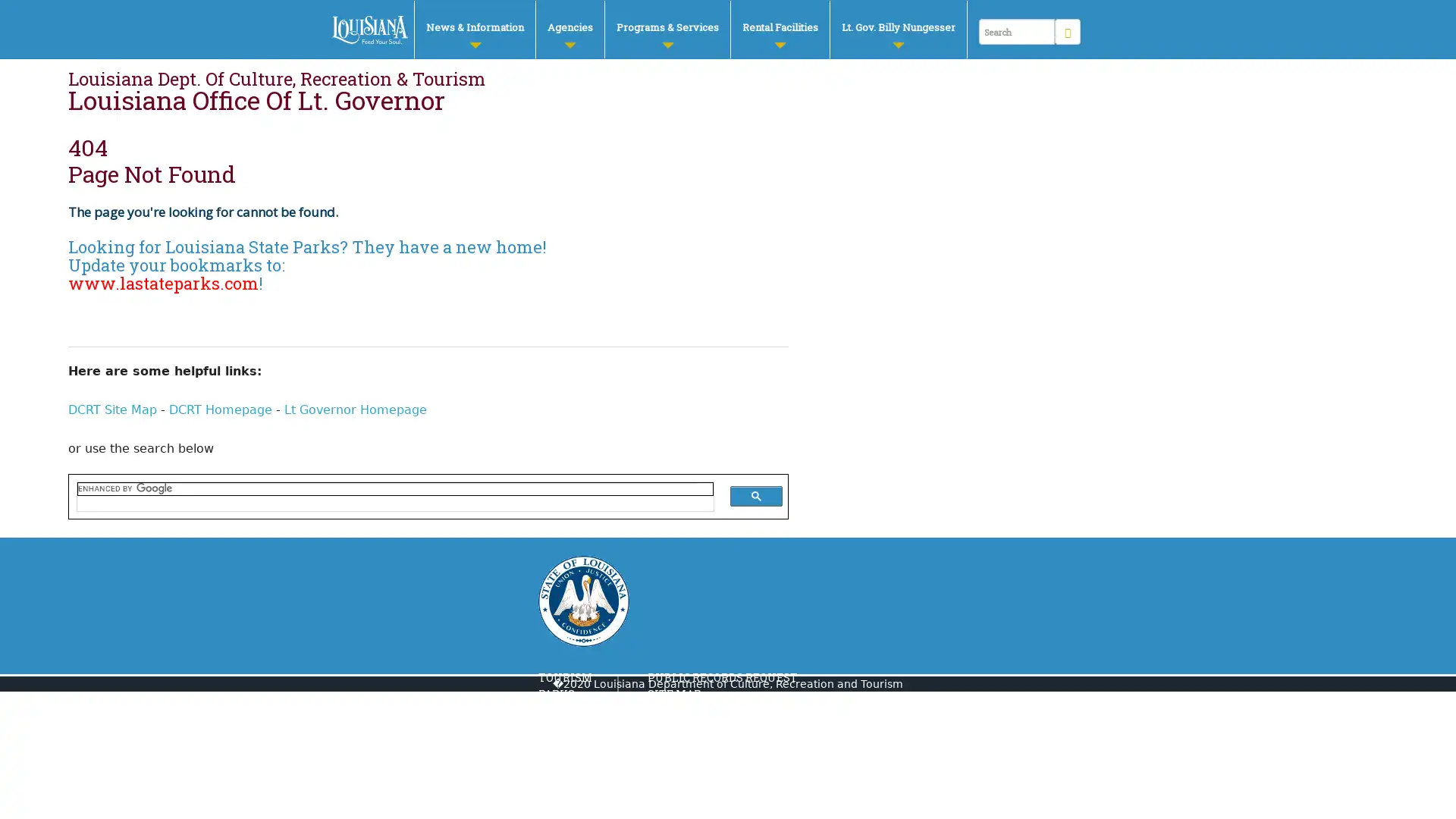 This screenshot has height=819, width=1456. Describe the element at coordinates (569, 29) in the screenshot. I see `Agencies` at that location.